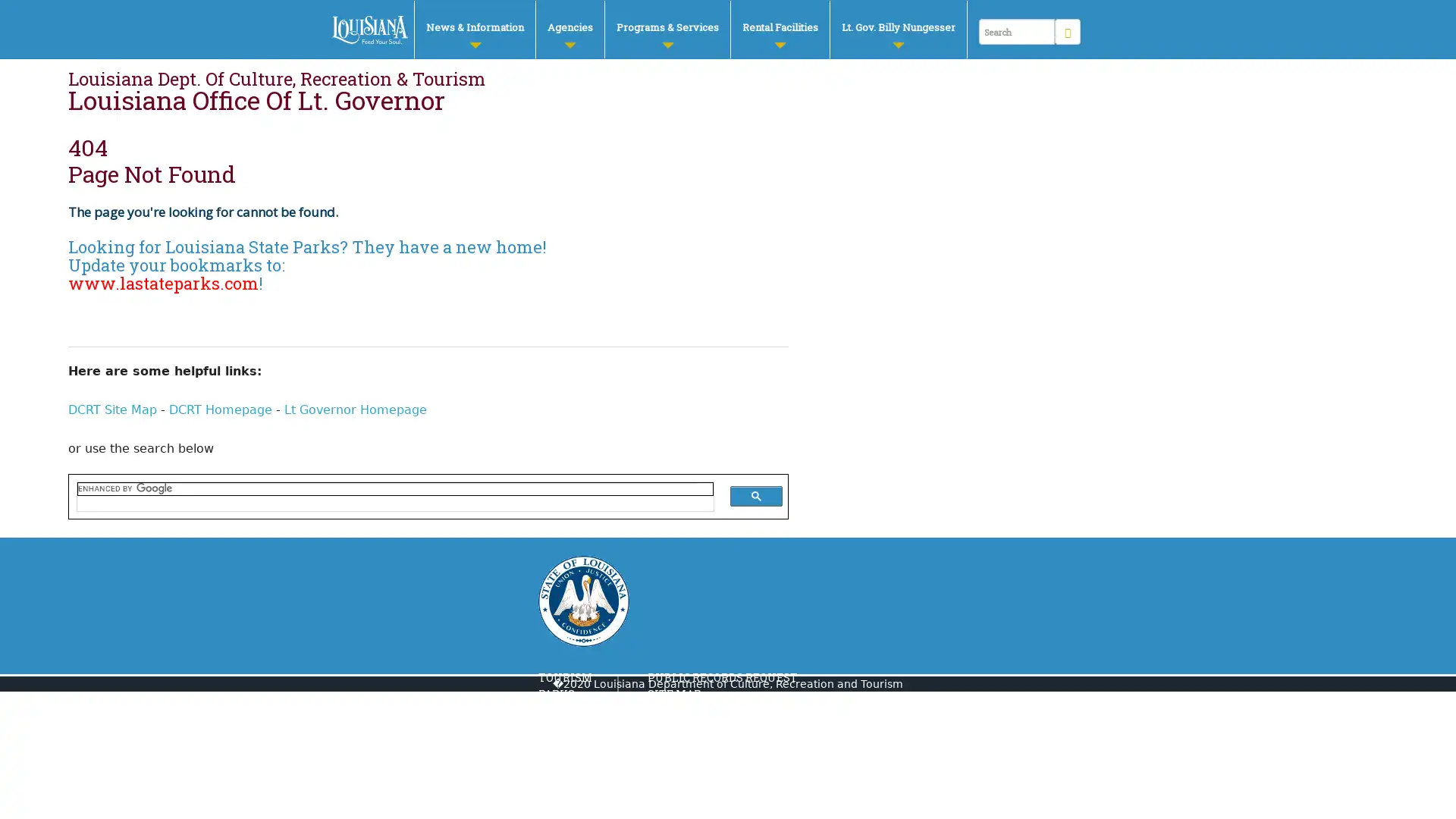 This screenshot has height=819, width=1456. Describe the element at coordinates (569, 29) in the screenshot. I see `Agencies` at that location.